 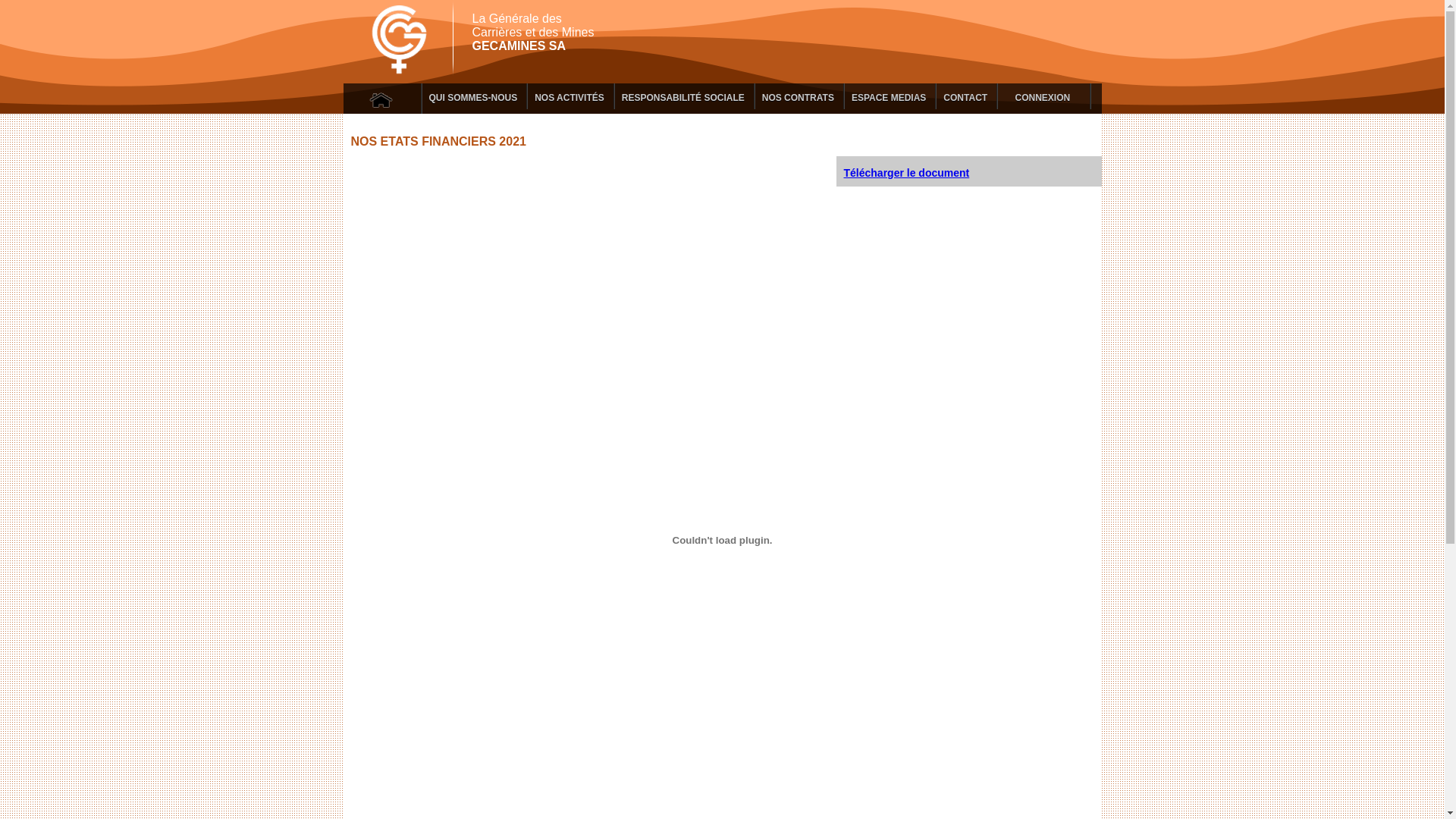 What do you see at coordinates (798, 96) in the screenshot?
I see `'NOS CONTRATS'` at bounding box center [798, 96].